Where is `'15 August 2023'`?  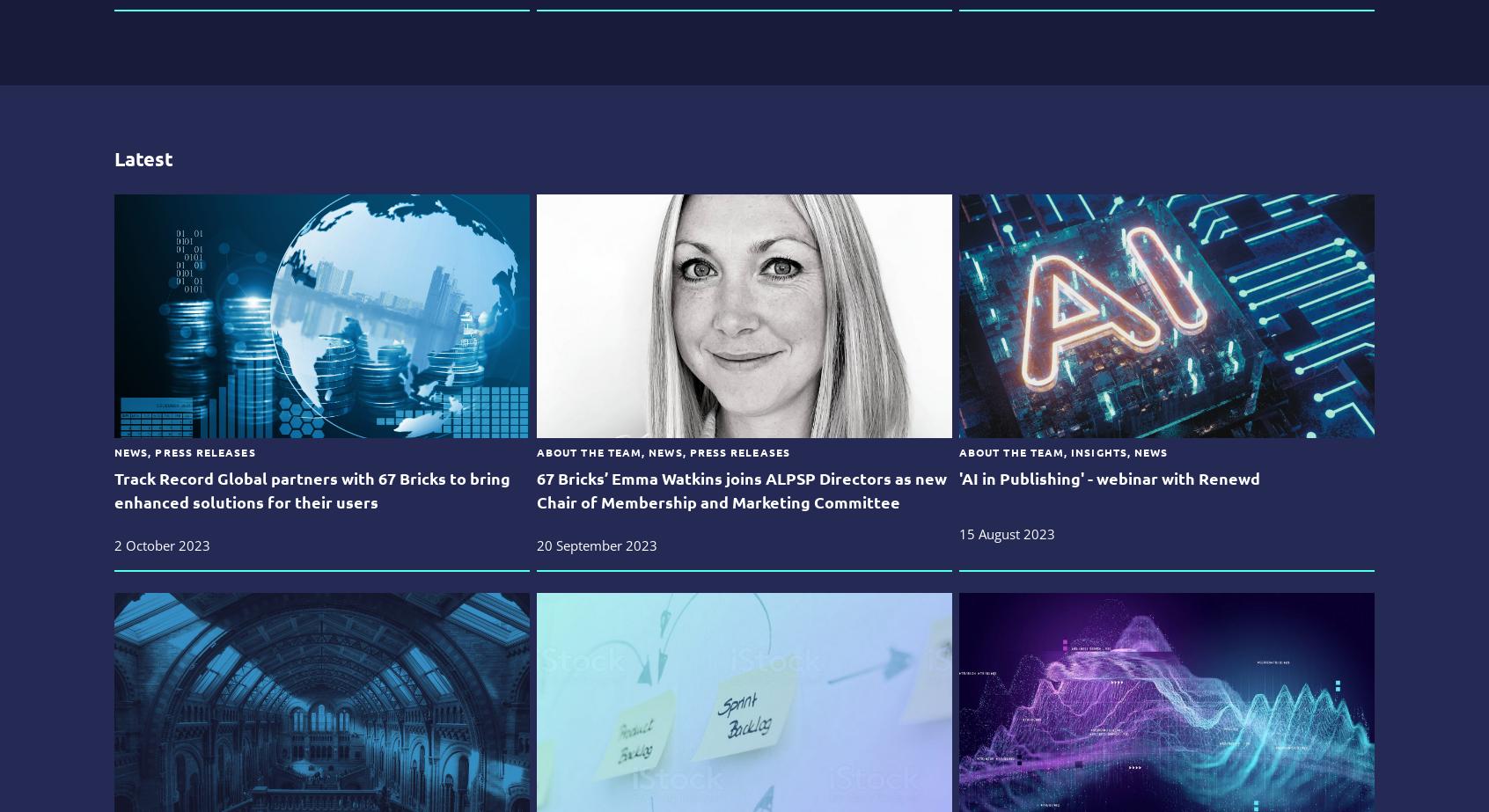 '15 August 2023' is located at coordinates (1005, 532).